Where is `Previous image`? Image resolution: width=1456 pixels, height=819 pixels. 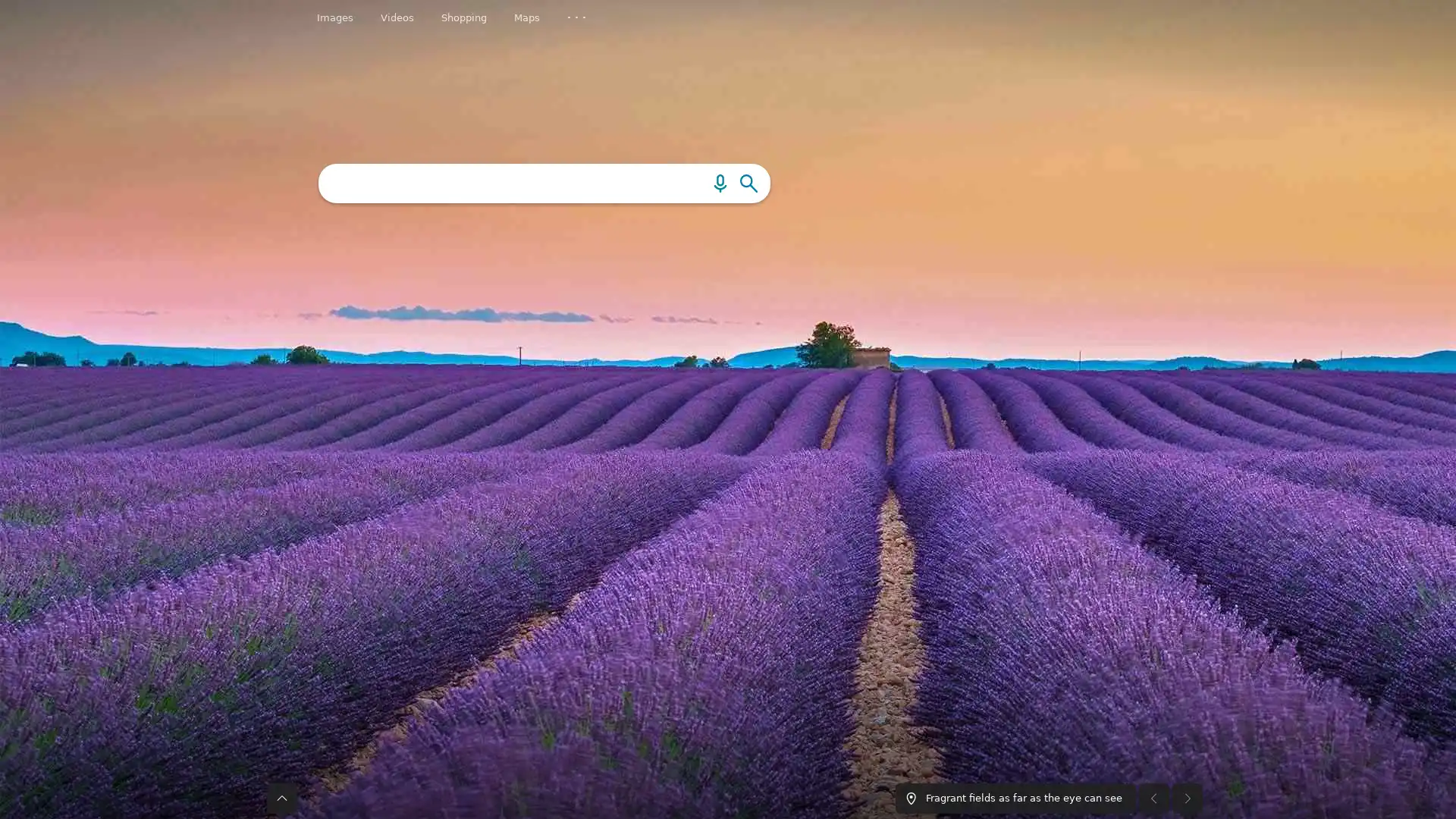 Previous image is located at coordinates (1153, 542).